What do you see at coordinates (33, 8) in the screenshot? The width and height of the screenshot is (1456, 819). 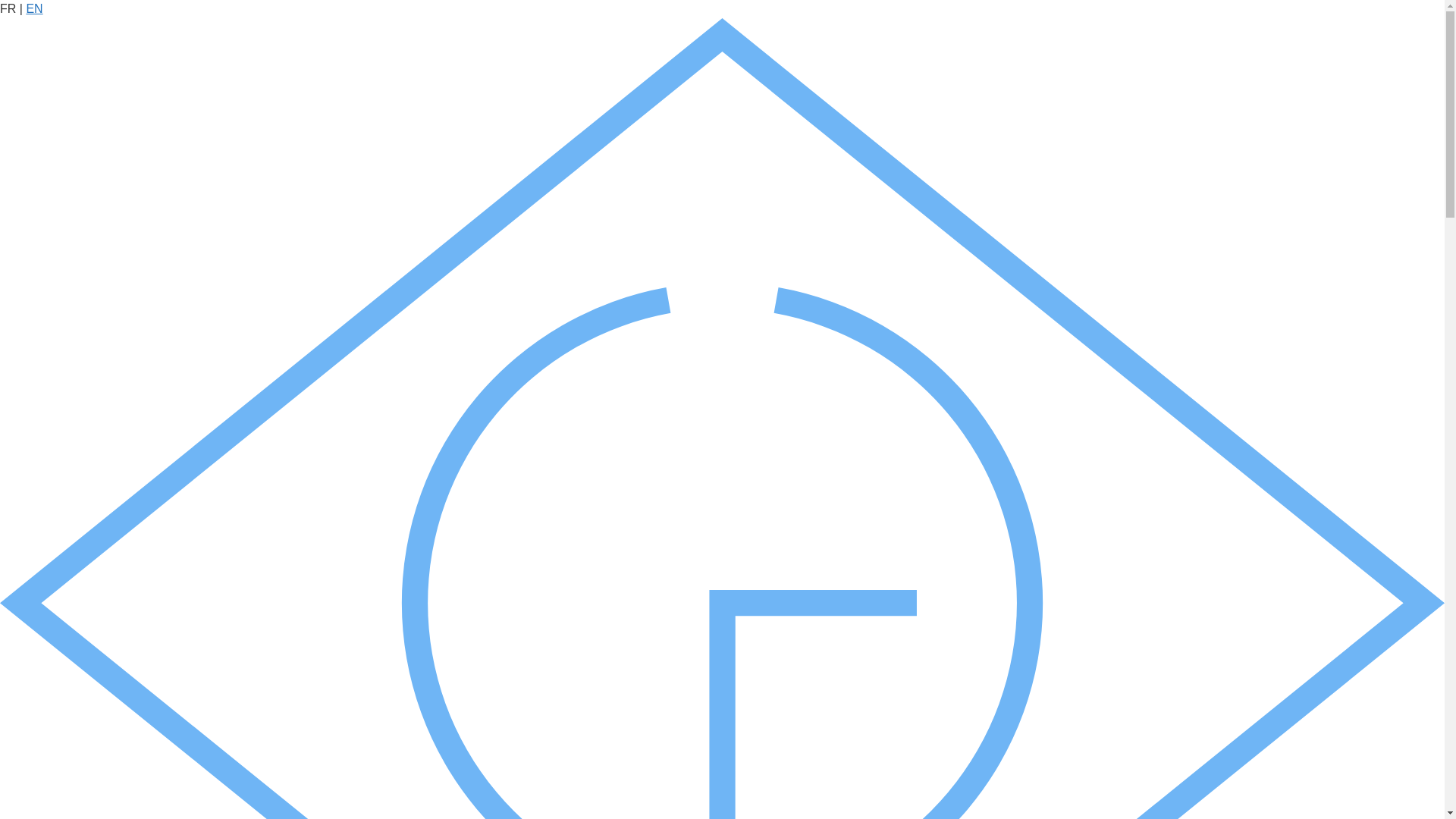 I see `'EN'` at bounding box center [33, 8].